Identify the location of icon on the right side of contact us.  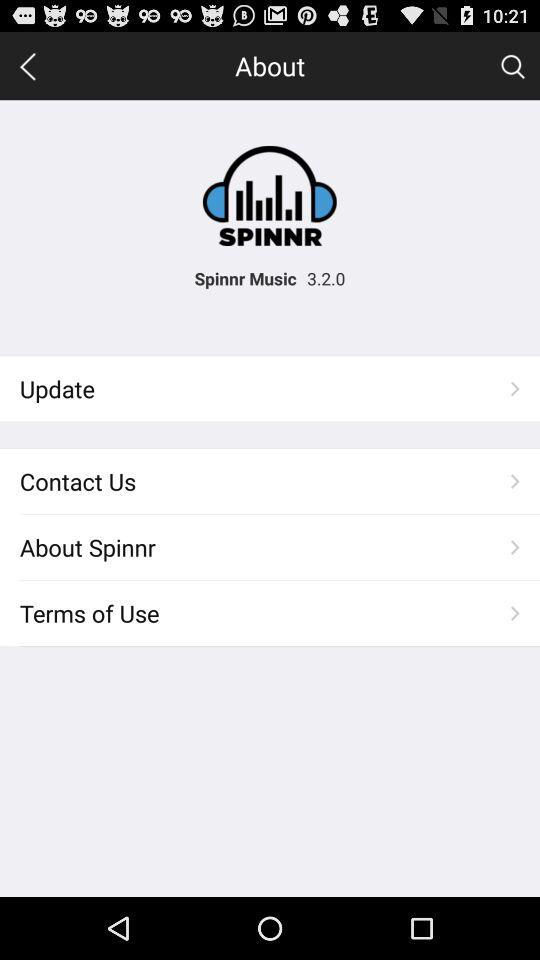
(515, 480).